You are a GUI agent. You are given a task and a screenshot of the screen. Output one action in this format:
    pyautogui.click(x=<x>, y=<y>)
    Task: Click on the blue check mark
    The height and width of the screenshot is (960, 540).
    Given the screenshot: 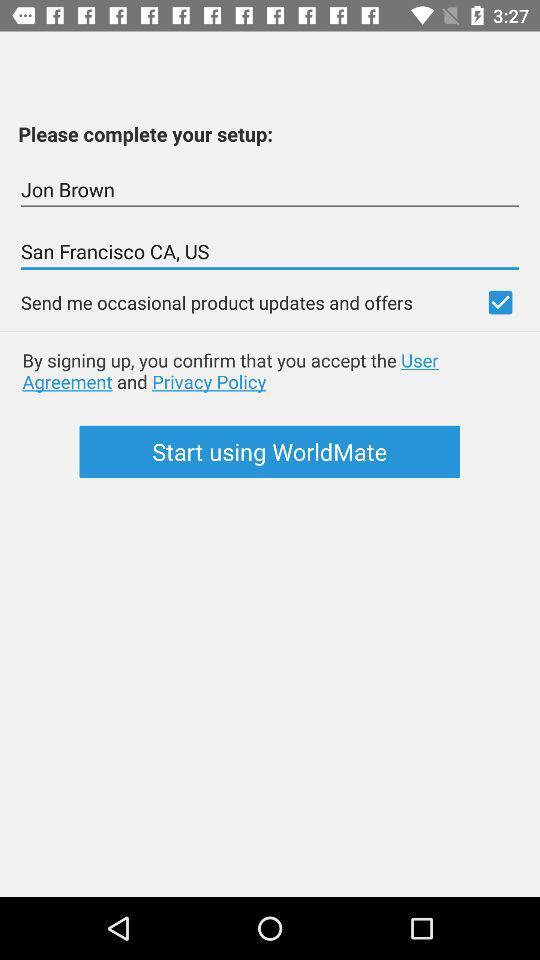 What is the action you would take?
    pyautogui.click(x=499, y=302)
    